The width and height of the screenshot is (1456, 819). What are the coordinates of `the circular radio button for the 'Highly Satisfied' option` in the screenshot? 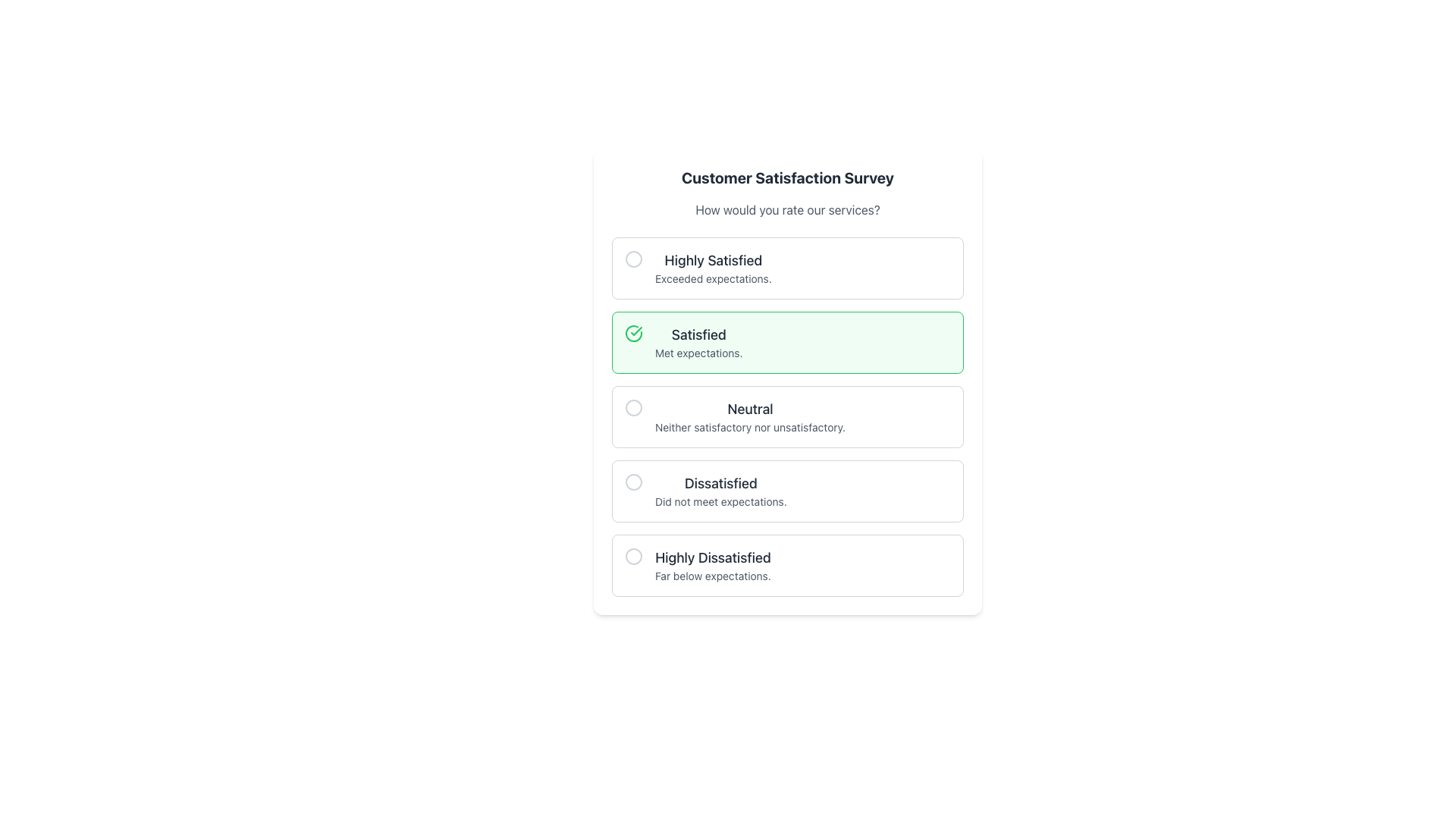 It's located at (633, 259).